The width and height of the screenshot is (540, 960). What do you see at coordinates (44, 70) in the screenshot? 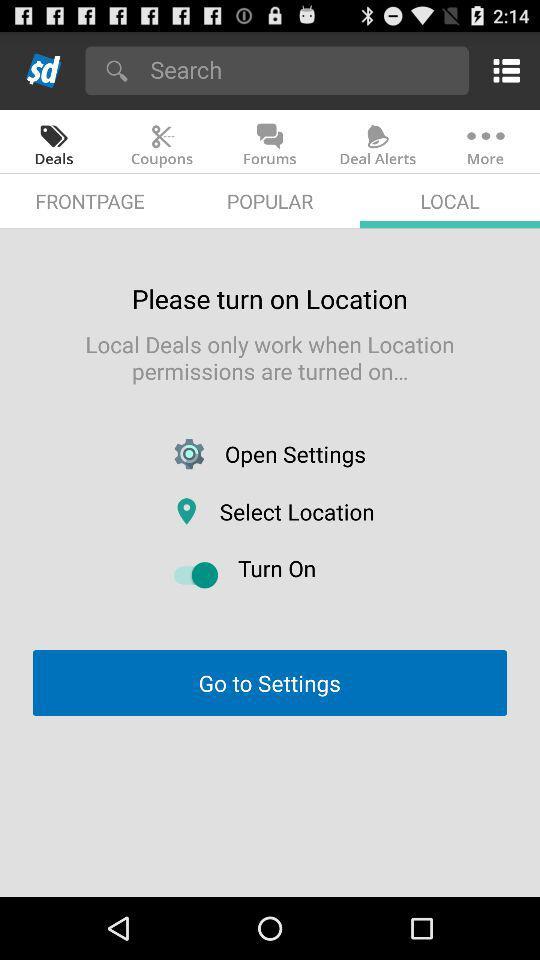
I see `home page` at bounding box center [44, 70].